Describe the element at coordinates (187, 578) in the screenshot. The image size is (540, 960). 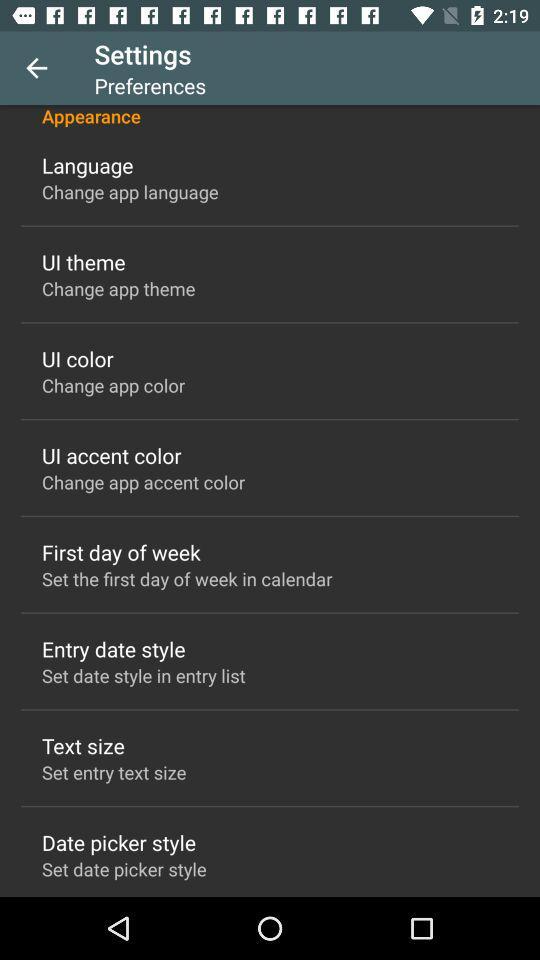
I see `the set the first item` at that location.